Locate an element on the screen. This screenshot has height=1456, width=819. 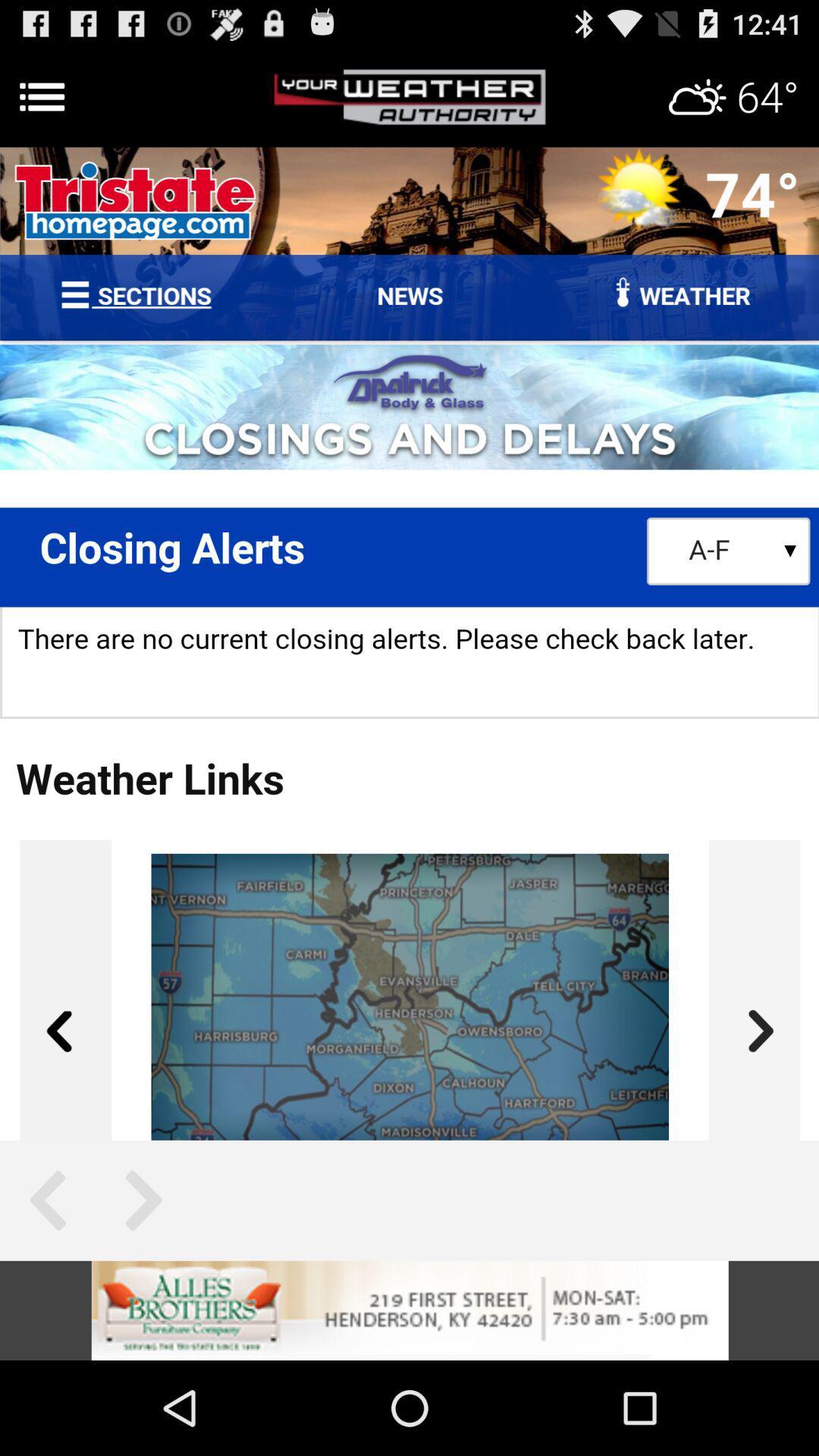
header option is located at coordinates (409, 96).